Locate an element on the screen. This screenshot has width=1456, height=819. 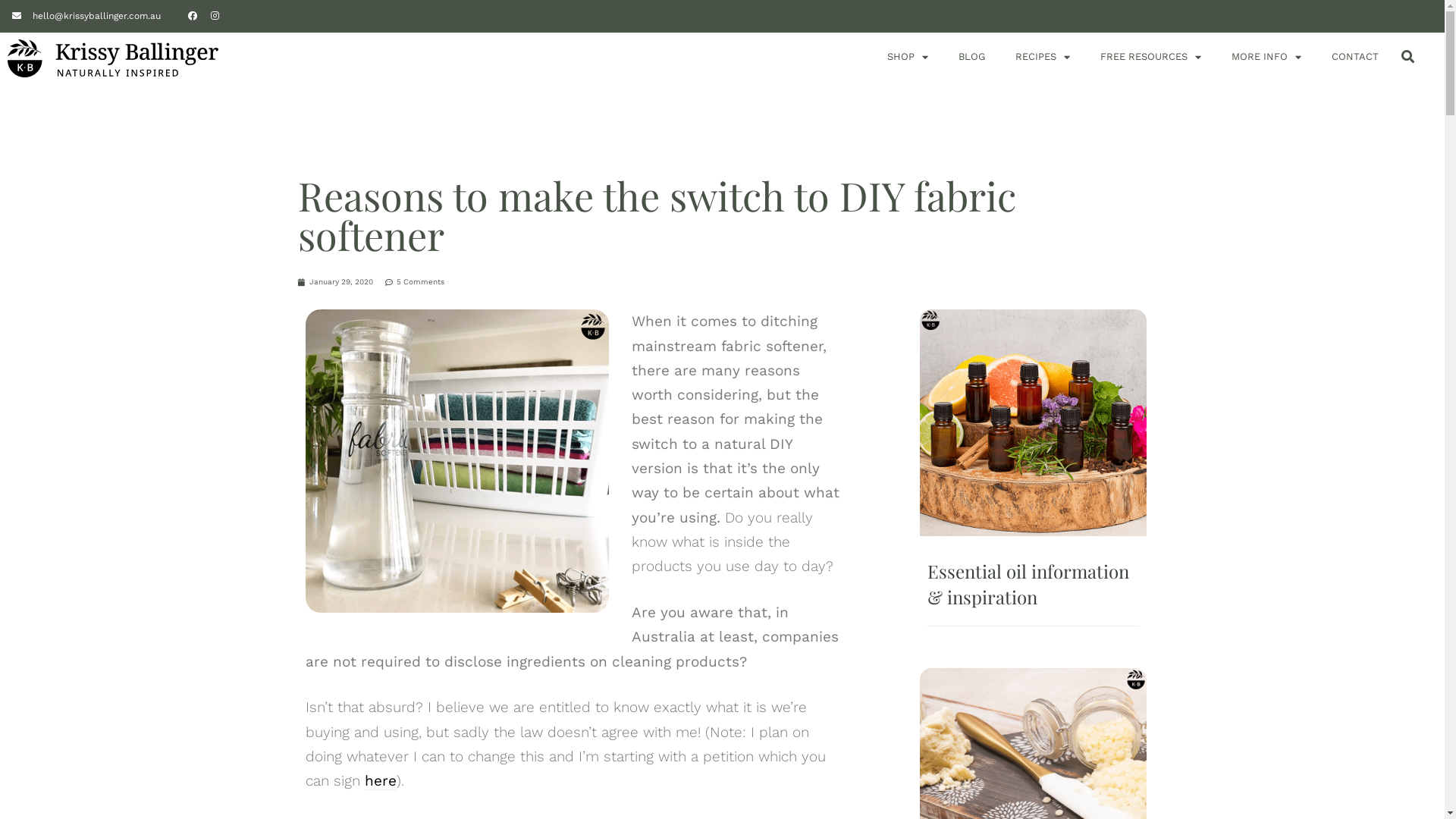
'January 29, 2020' is located at coordinates (334, 281).